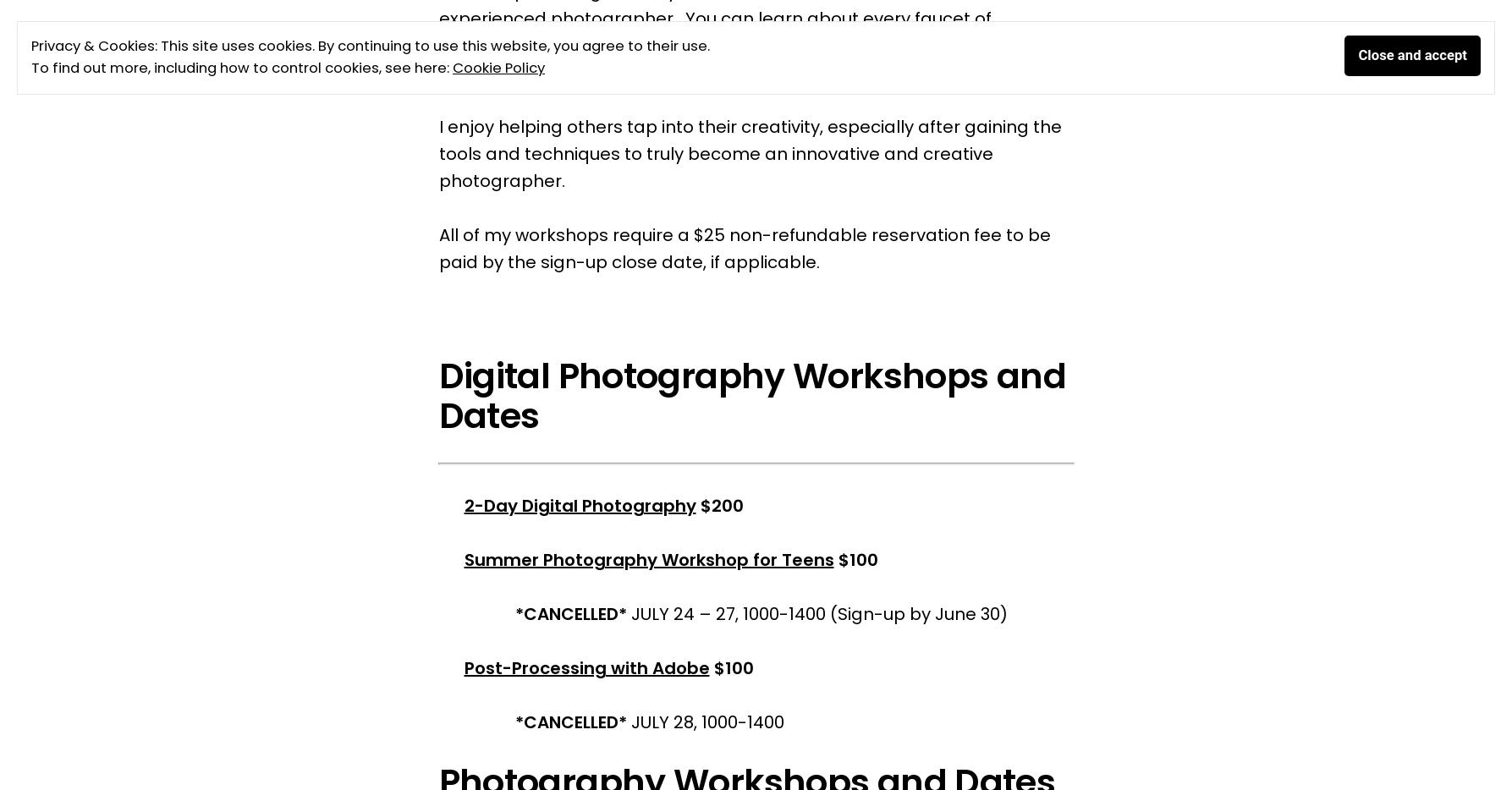 The image size is (1512, 790). I want to click on 'I enjoy helping others tap into their creativity, especially after gaining the tools and techniques to truly become an innovative and creative photographer.', so click(749, 154).